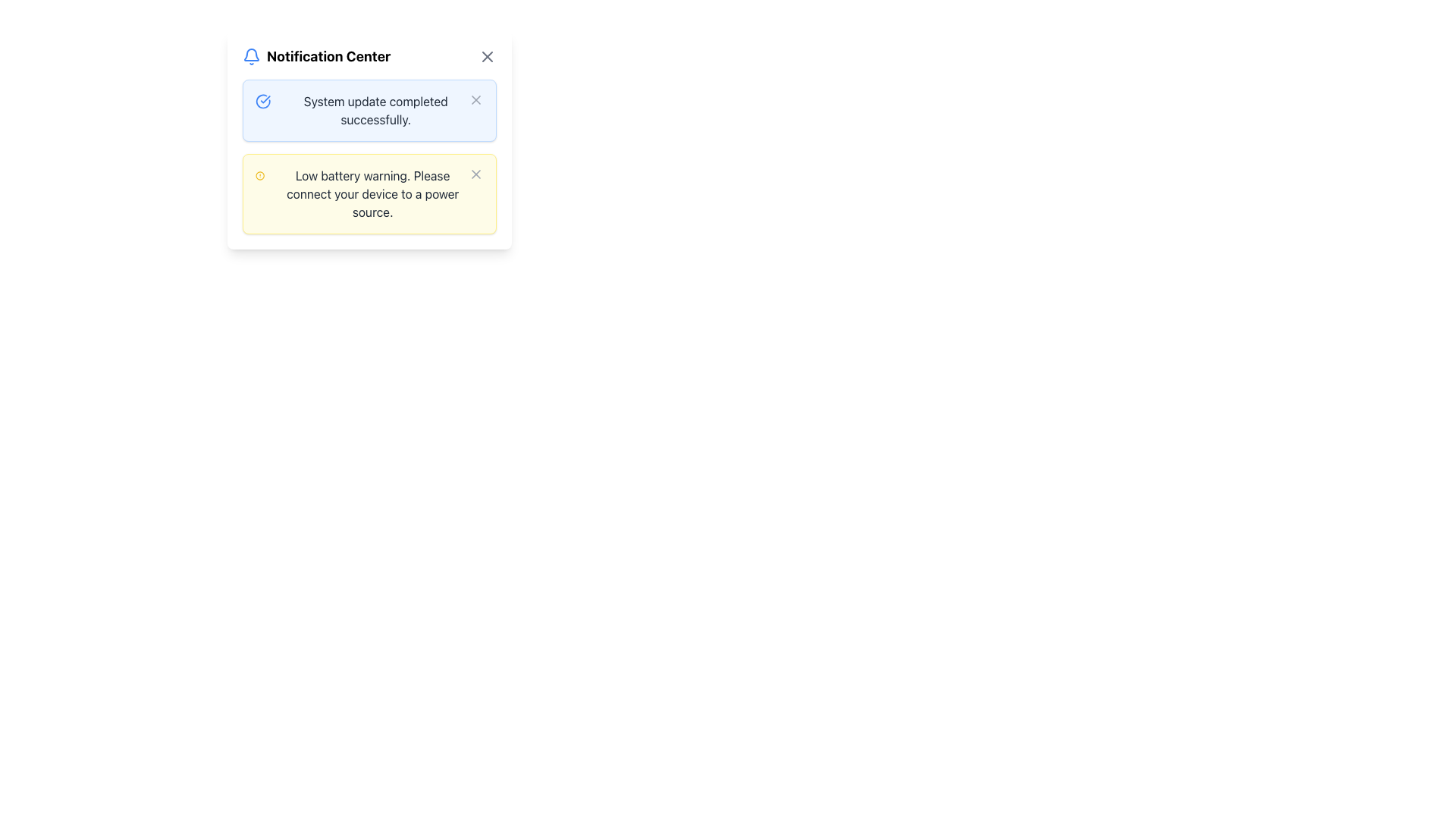  What do you see at coordinates (375, 110) in the screenshot?
I see `the text label displaying 'System update completed successfully.' which is located in the notification box` at bounding box center [375, 110].